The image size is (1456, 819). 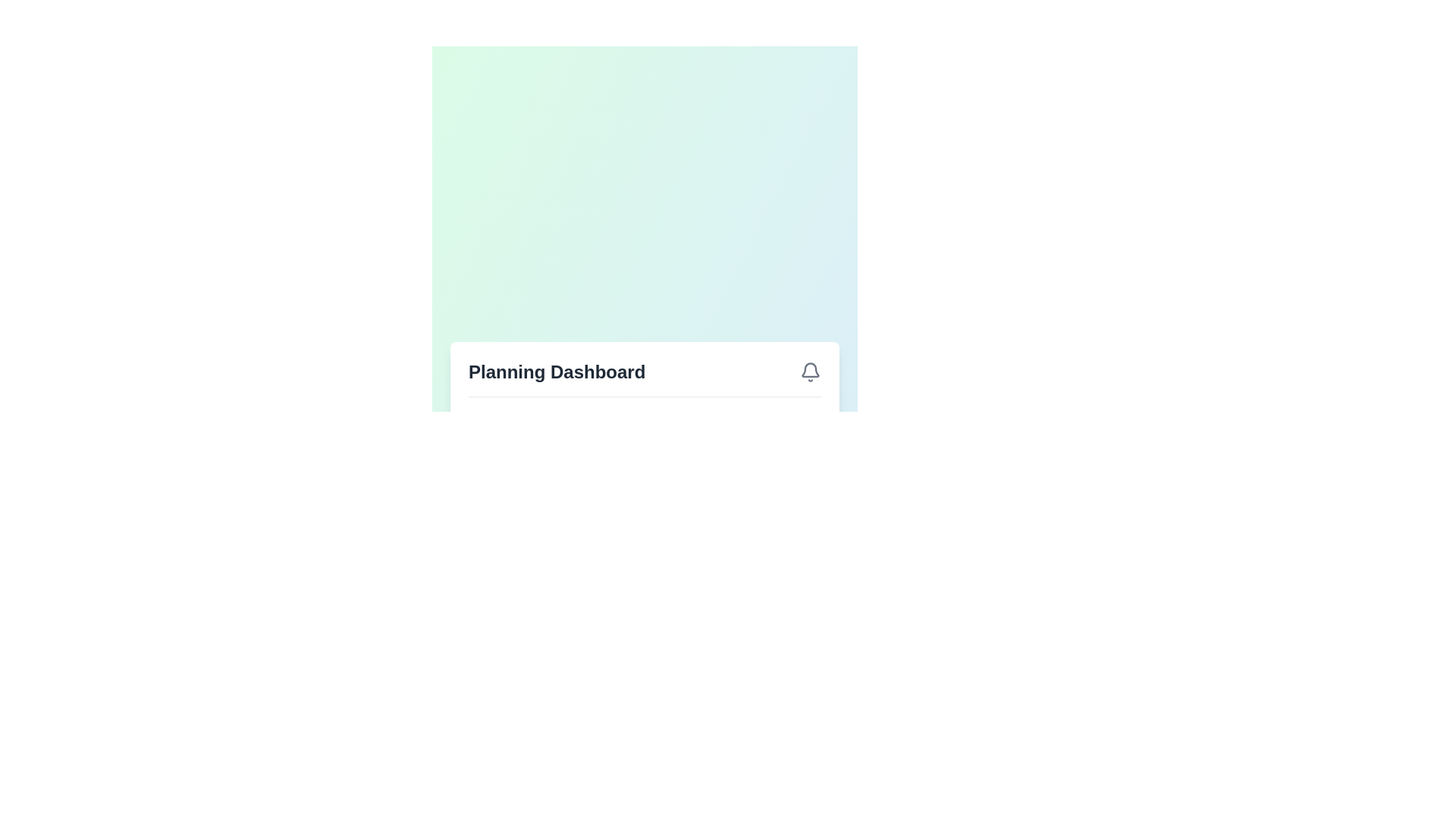 What do you see at coordinates (810, 369) in the screenshot?
I see `the bell-shaped icon located` at bounding box center [810, 369].